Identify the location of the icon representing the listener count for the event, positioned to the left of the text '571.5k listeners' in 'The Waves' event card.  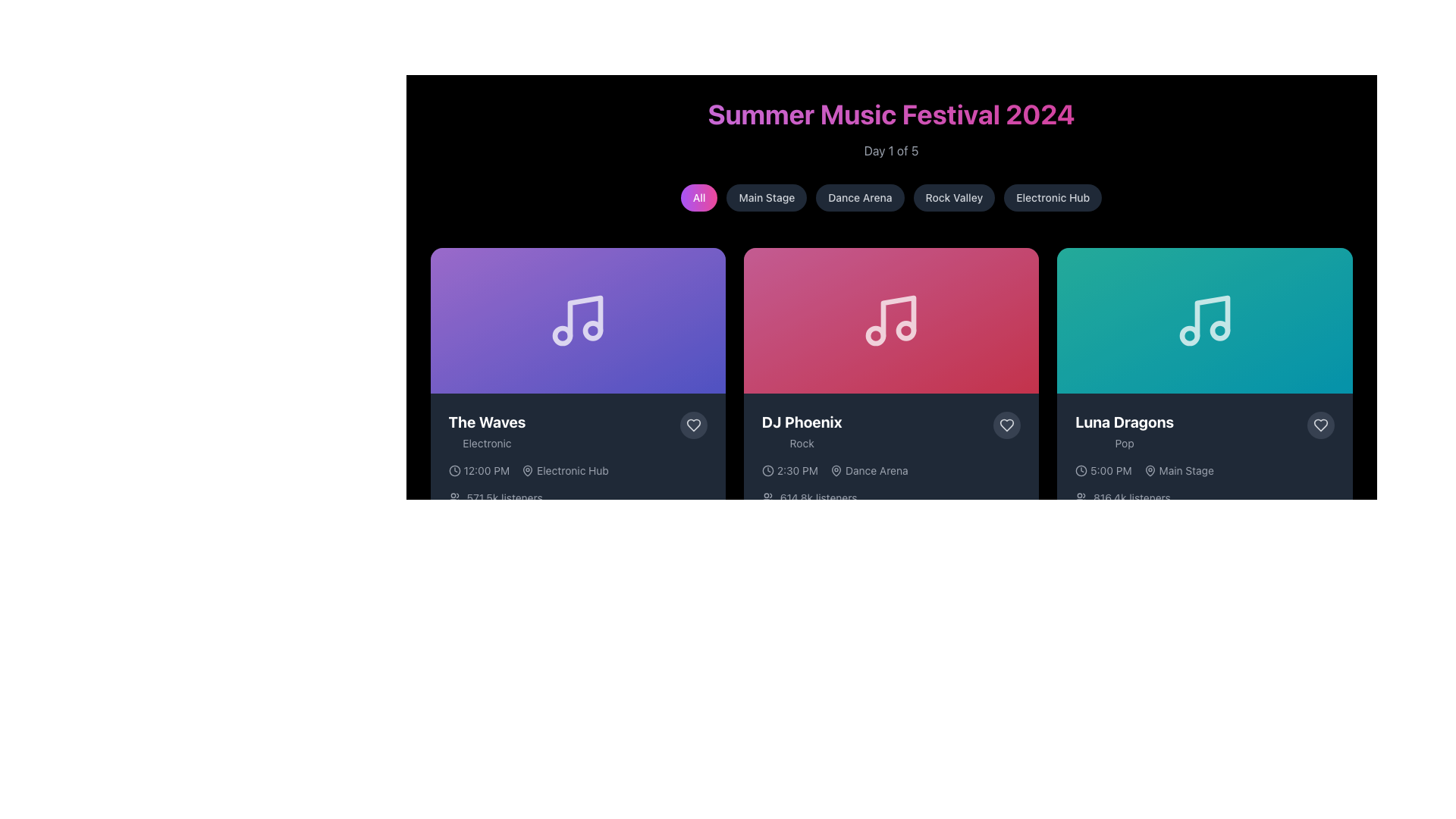
(453, 497).